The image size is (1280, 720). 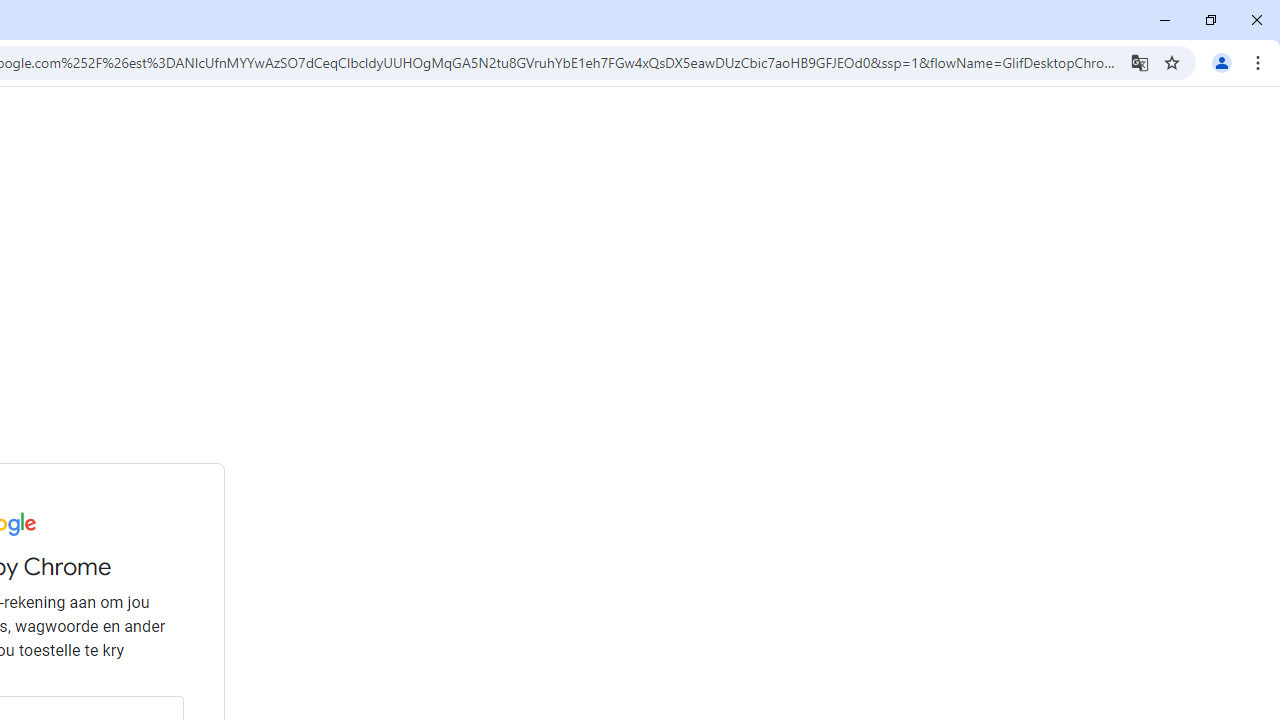 I want to click on 'Translate this page', so click(x=1139, y=61).